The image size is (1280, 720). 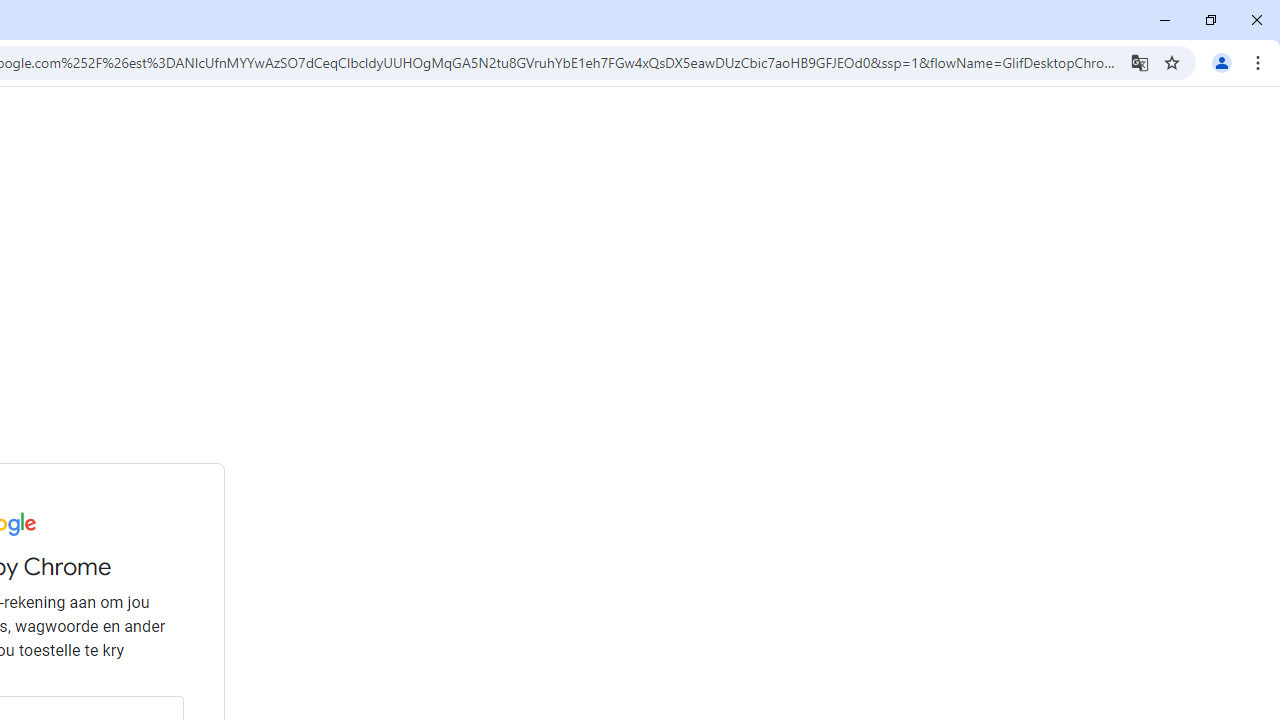 I want to click on 'Translate this page', so click(x=1139, y=61).